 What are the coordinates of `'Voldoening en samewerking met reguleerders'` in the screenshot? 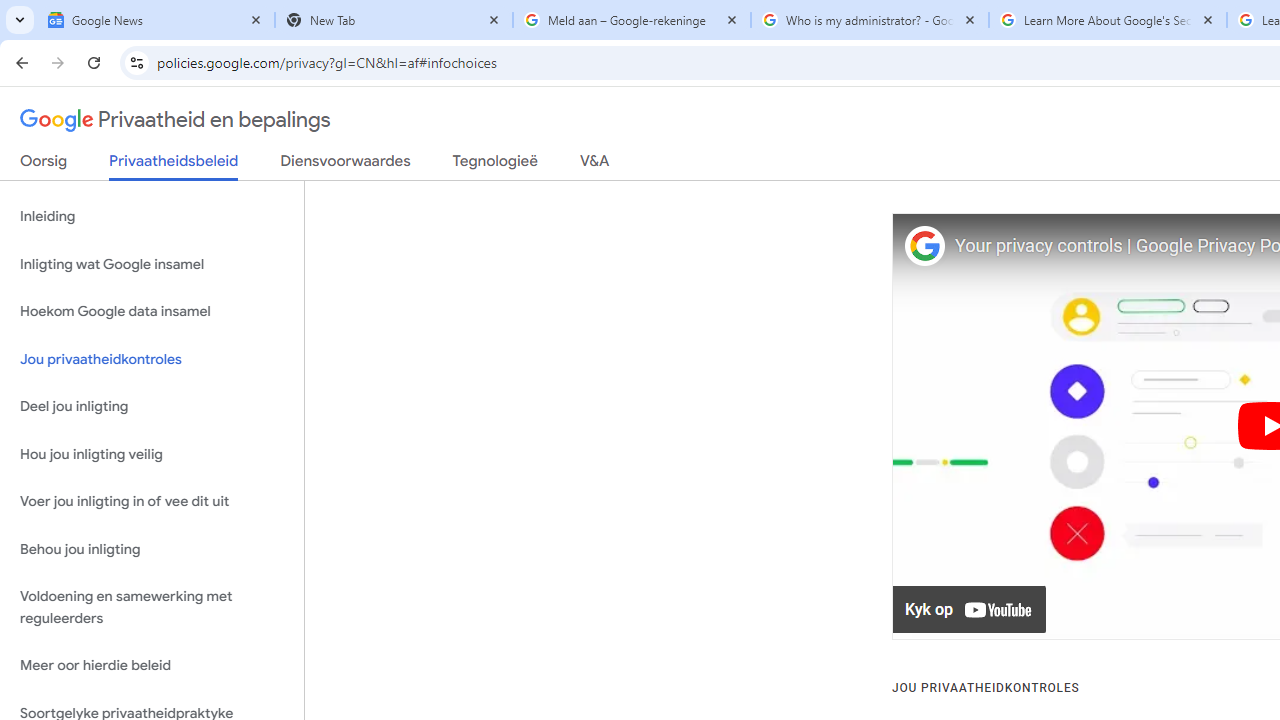 It's located at (151, 607).